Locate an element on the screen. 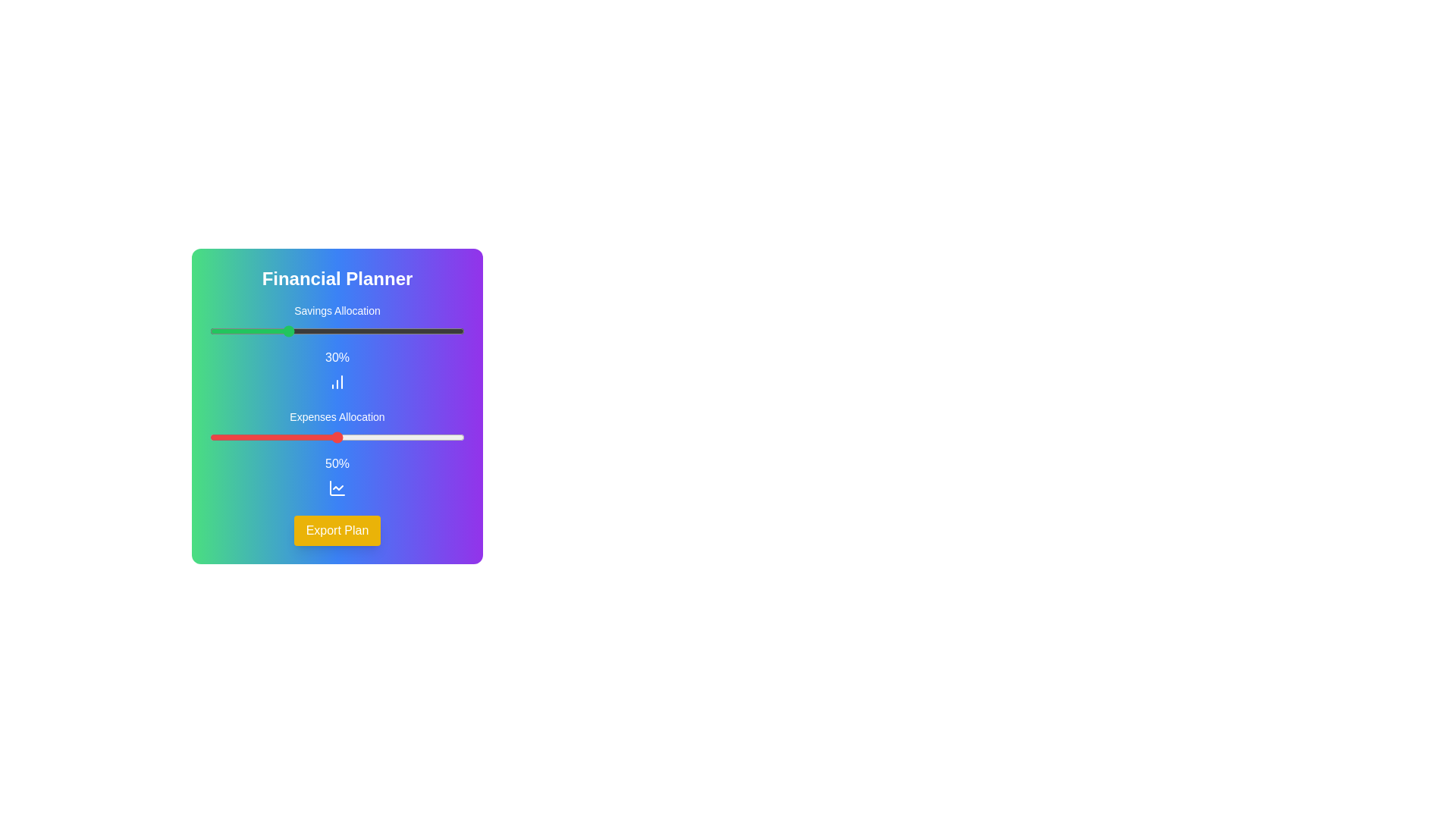 This screenshot has width=1456, height=819. the Expenses Allocation slider is located at coordinates (221, 438).